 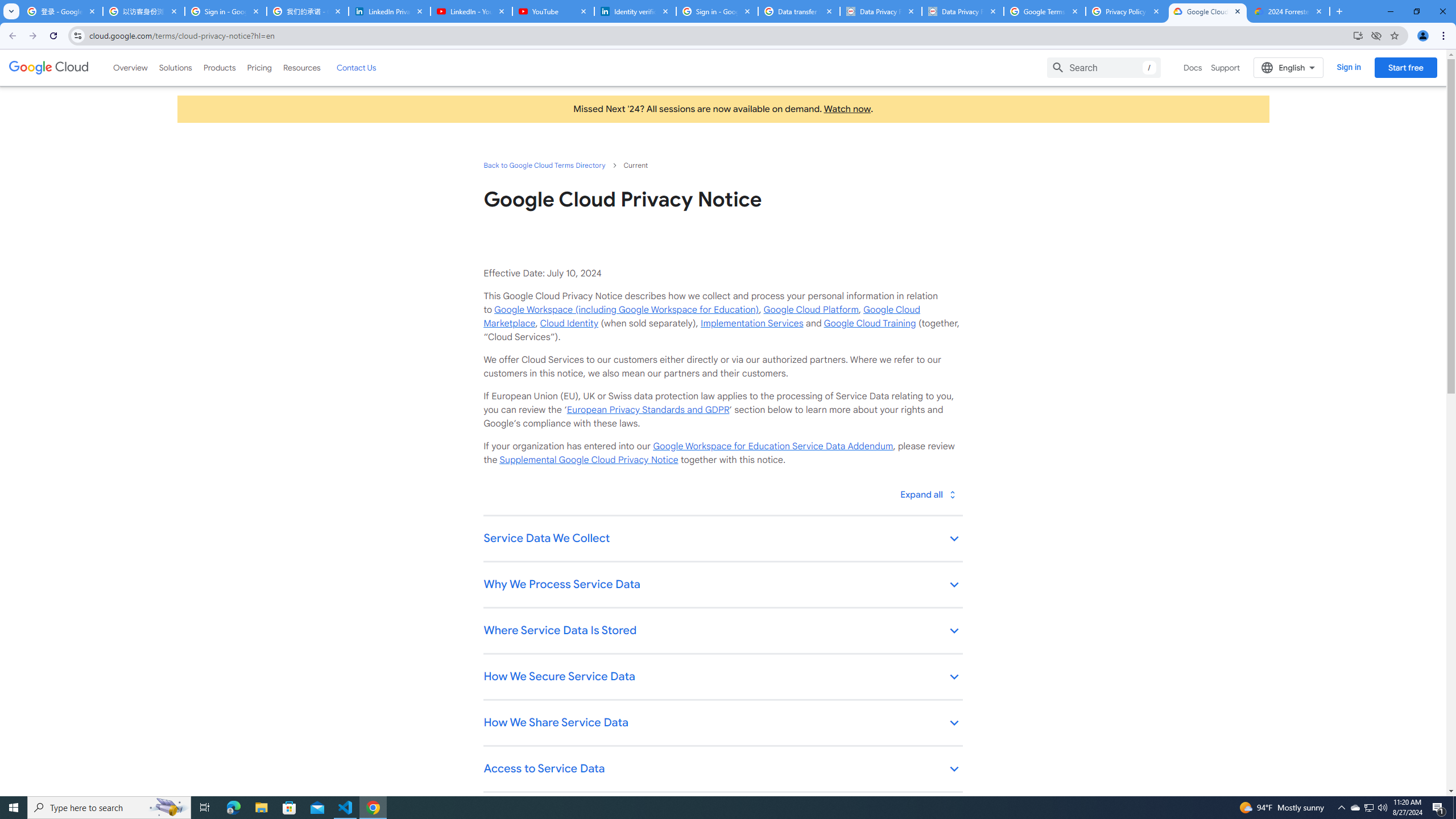 What do you see at coordinates (568, 322) in the screenshot?
I see `'Cloud Identity'` at bounding box center [568, 322].